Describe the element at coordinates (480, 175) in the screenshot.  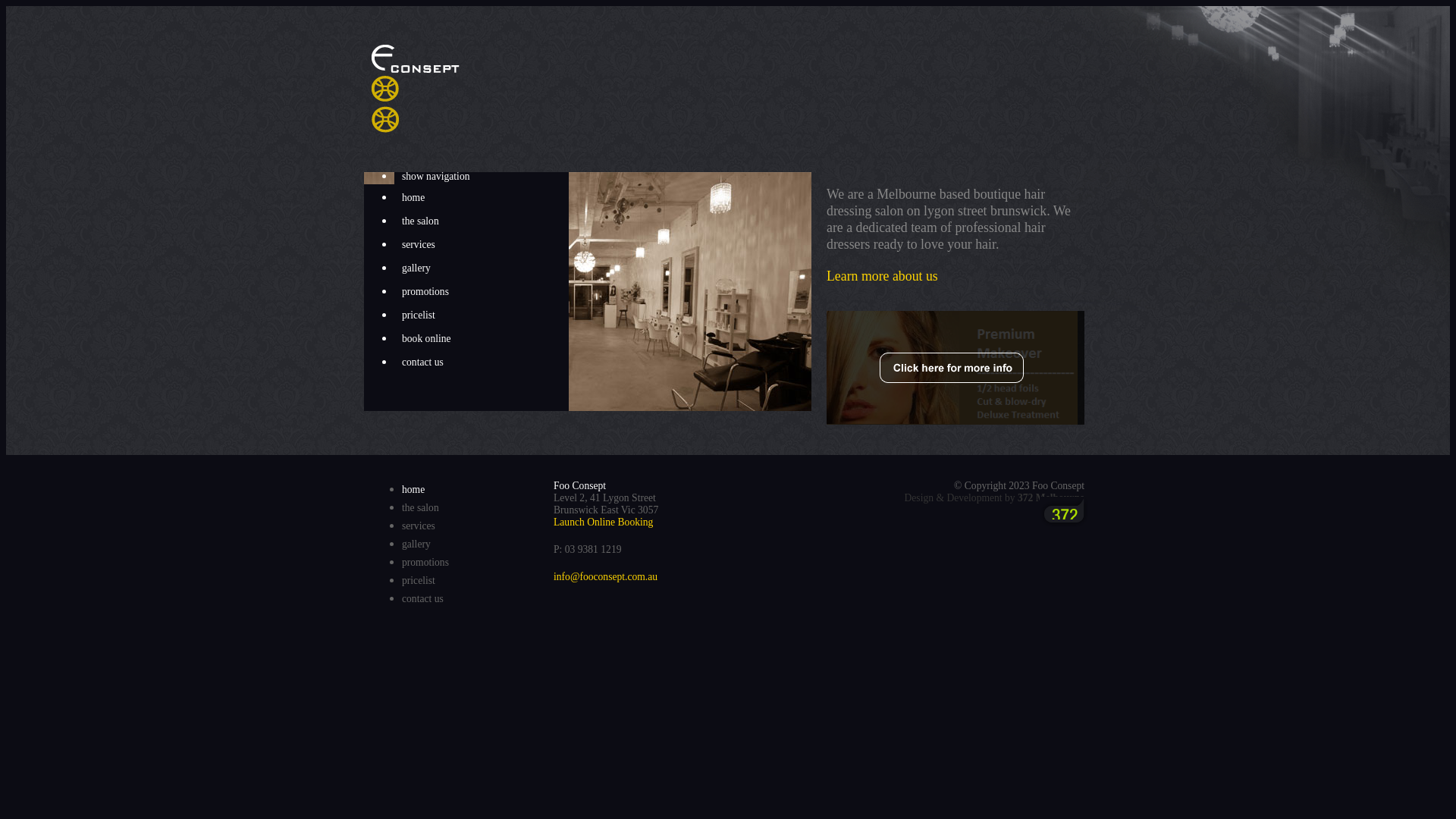
I see `'show navigation'` at that location.